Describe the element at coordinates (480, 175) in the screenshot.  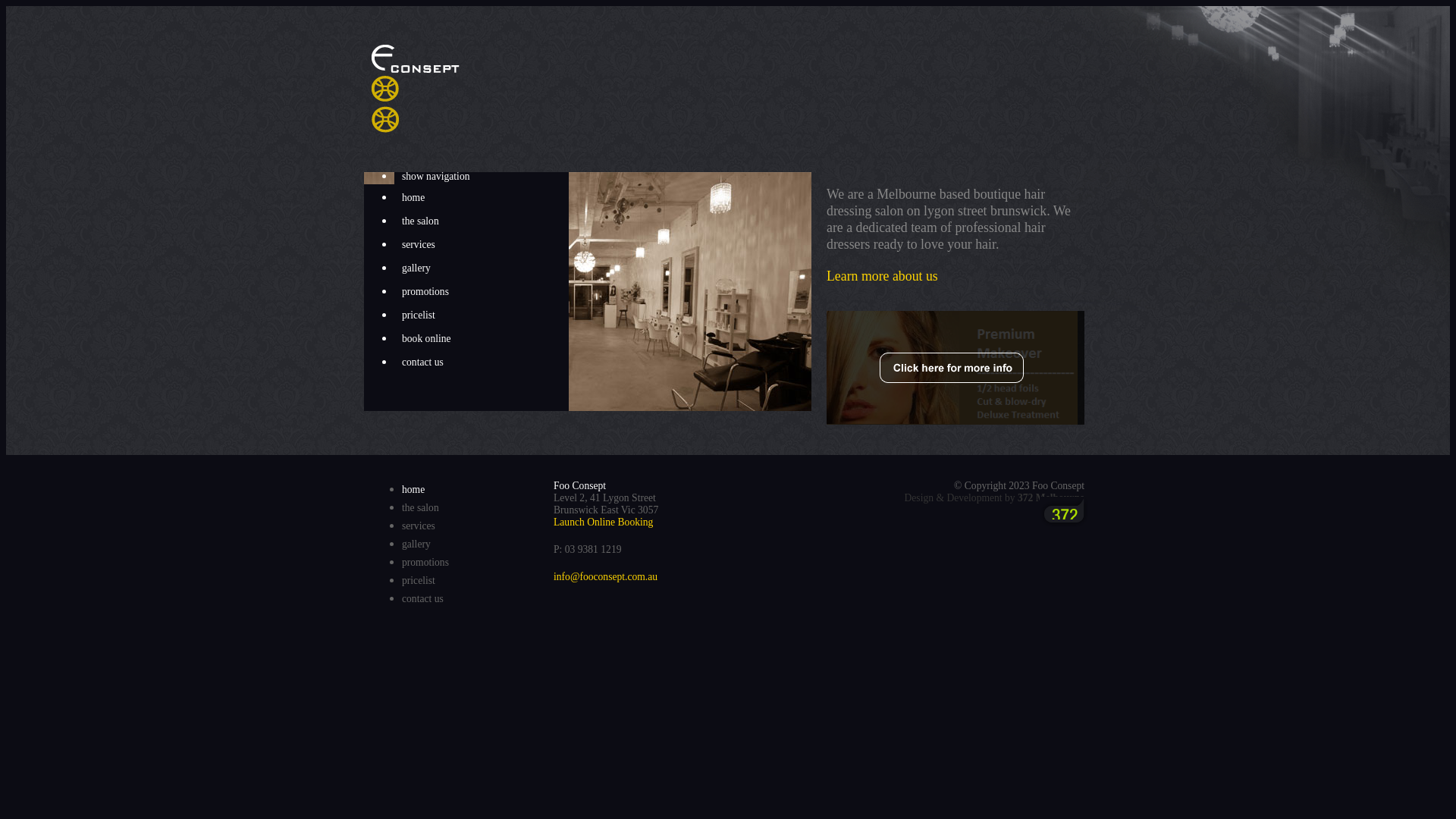
I see `'show navigation'` at that location.